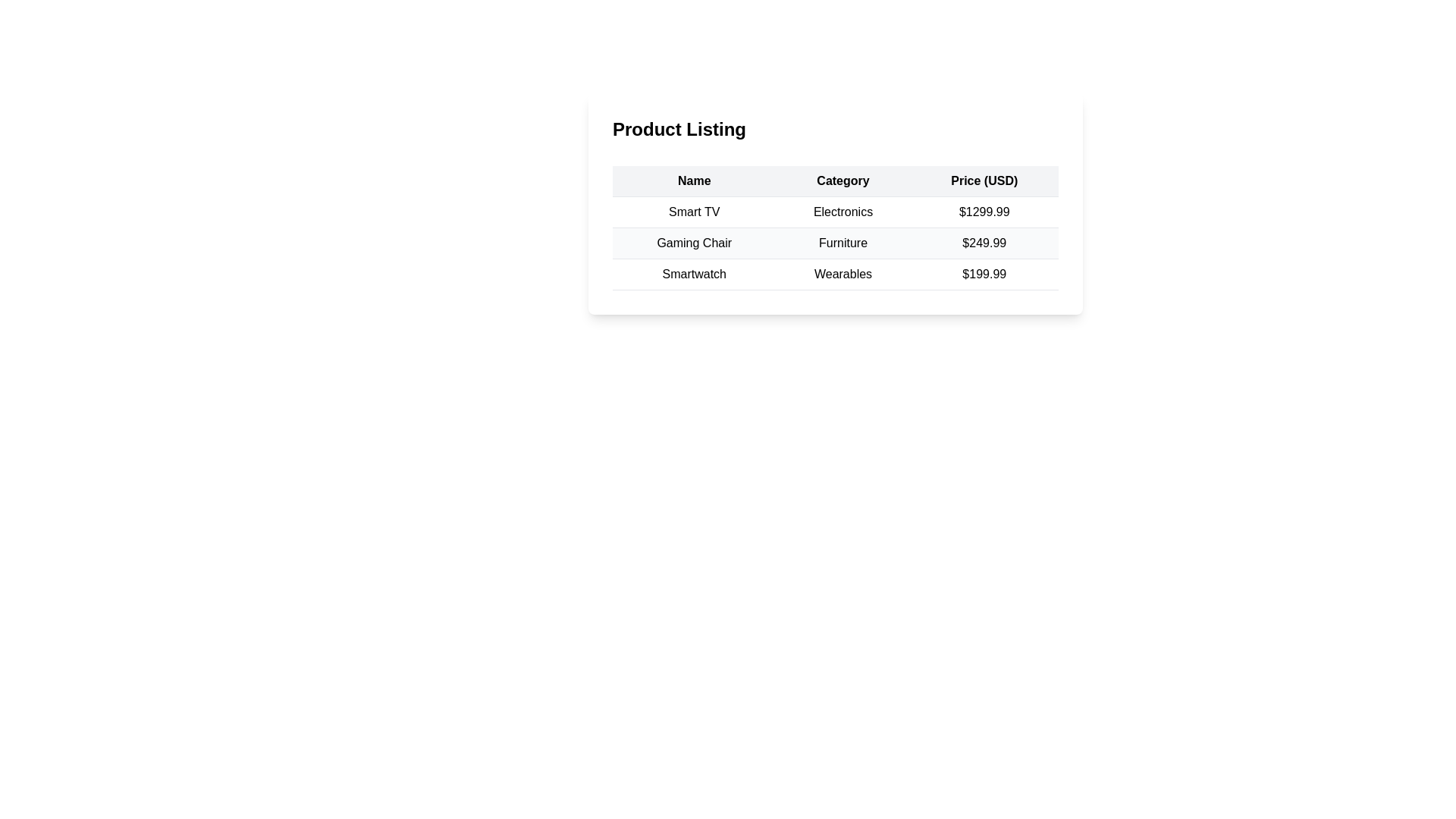 This screenshot has height=819, width=1456. I want to click on the 'Price (USD)' text label in the table header, which is styled in bold and positioned against a light gray background, so click(984, 180).